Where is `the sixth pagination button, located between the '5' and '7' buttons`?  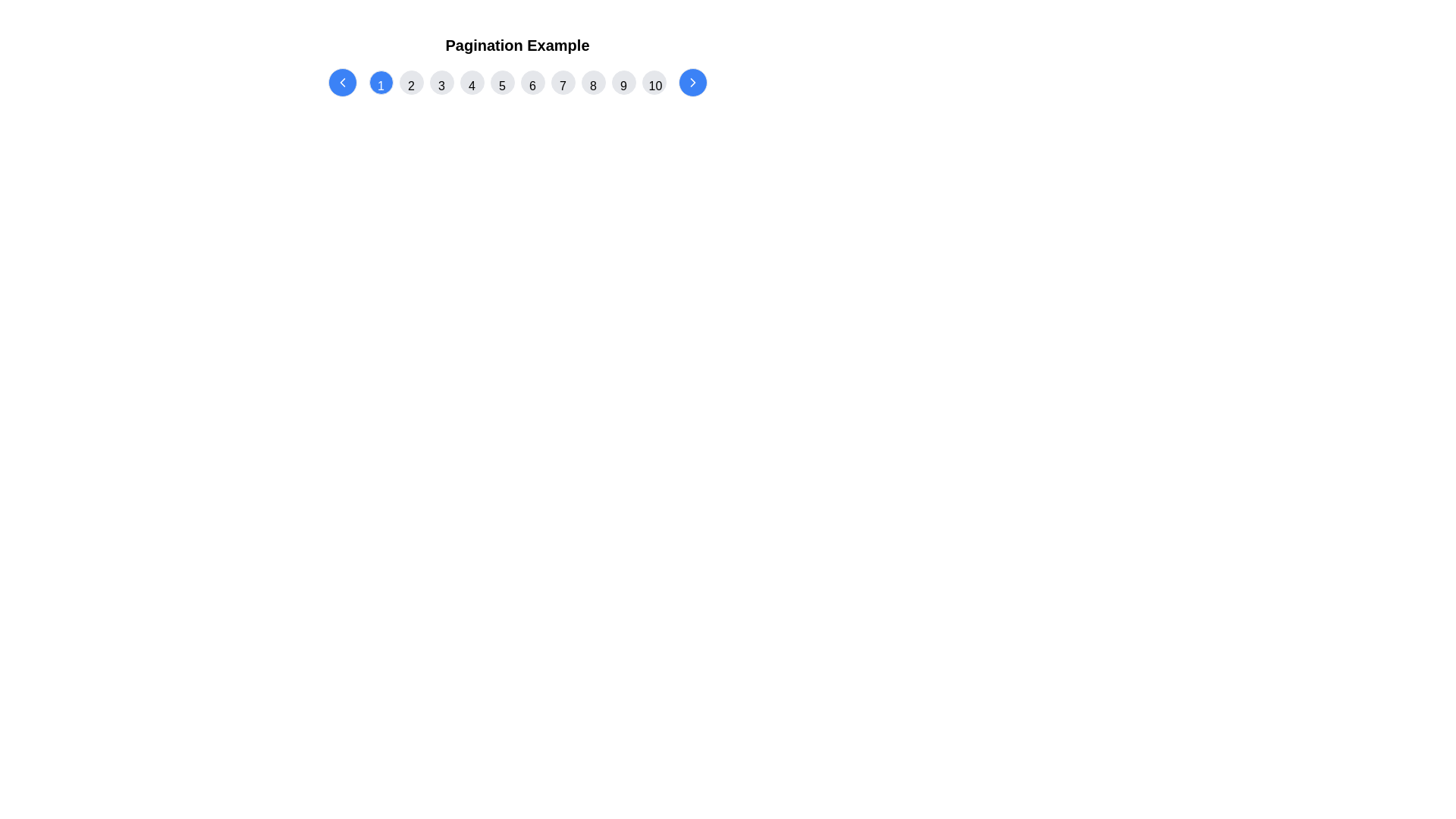 the sixth pagination button, located between the '5' and '7' buttons is located at coordinates (517, 82).